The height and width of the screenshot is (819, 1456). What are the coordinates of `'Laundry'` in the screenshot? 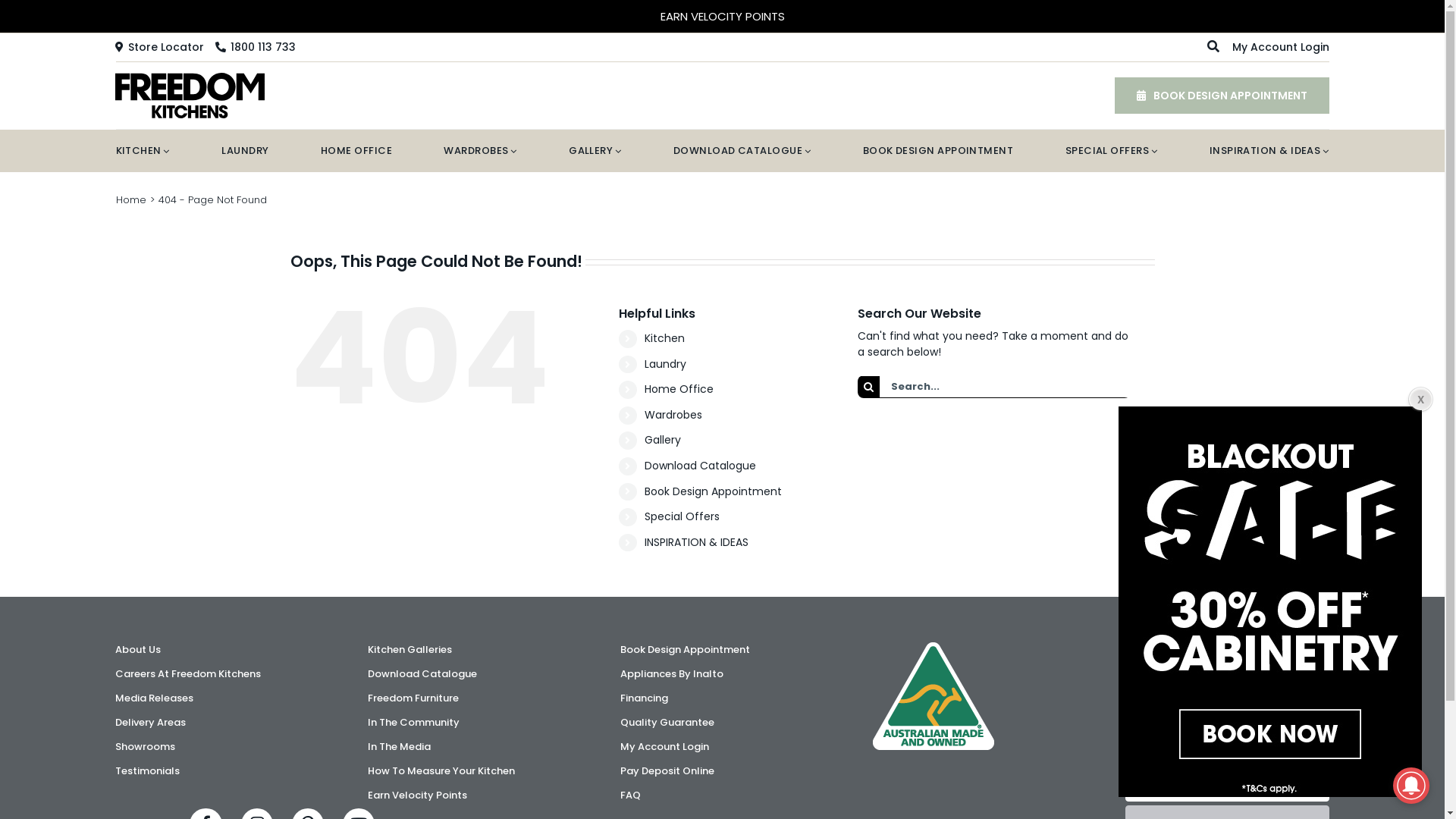 It's located at (665, 363).